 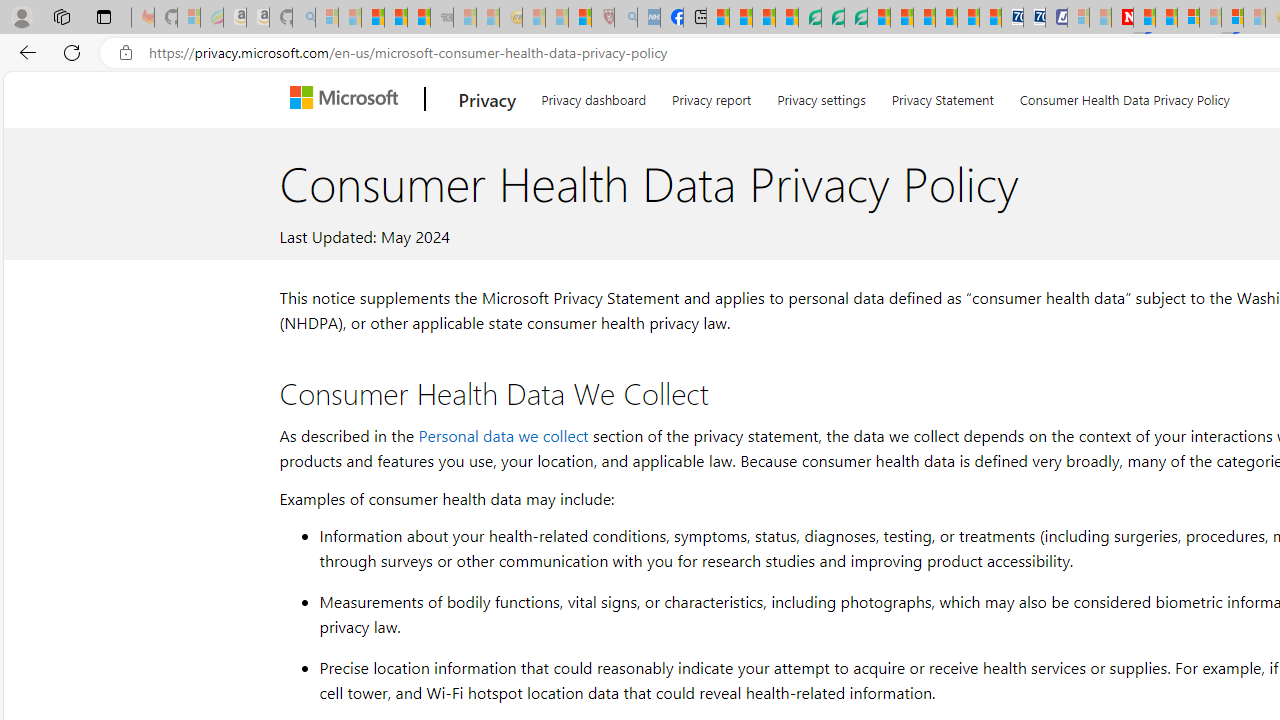 I want to click on 'Privacy settings', so click(x=821, y=96).